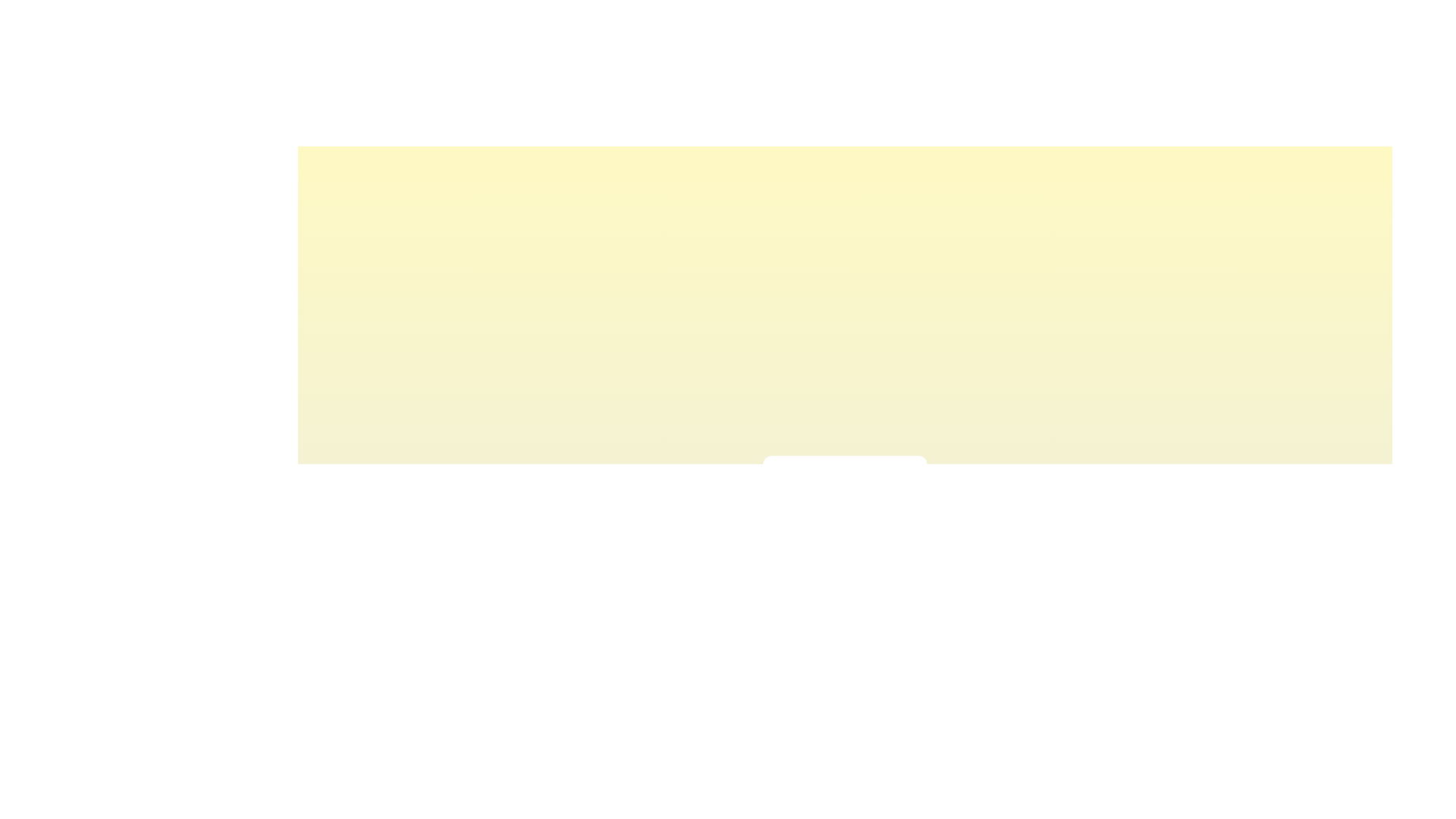 This screenshot has height=819, width=1456. I want to click on the light intensity to 95% by dragging the slider, so click(902, 513).